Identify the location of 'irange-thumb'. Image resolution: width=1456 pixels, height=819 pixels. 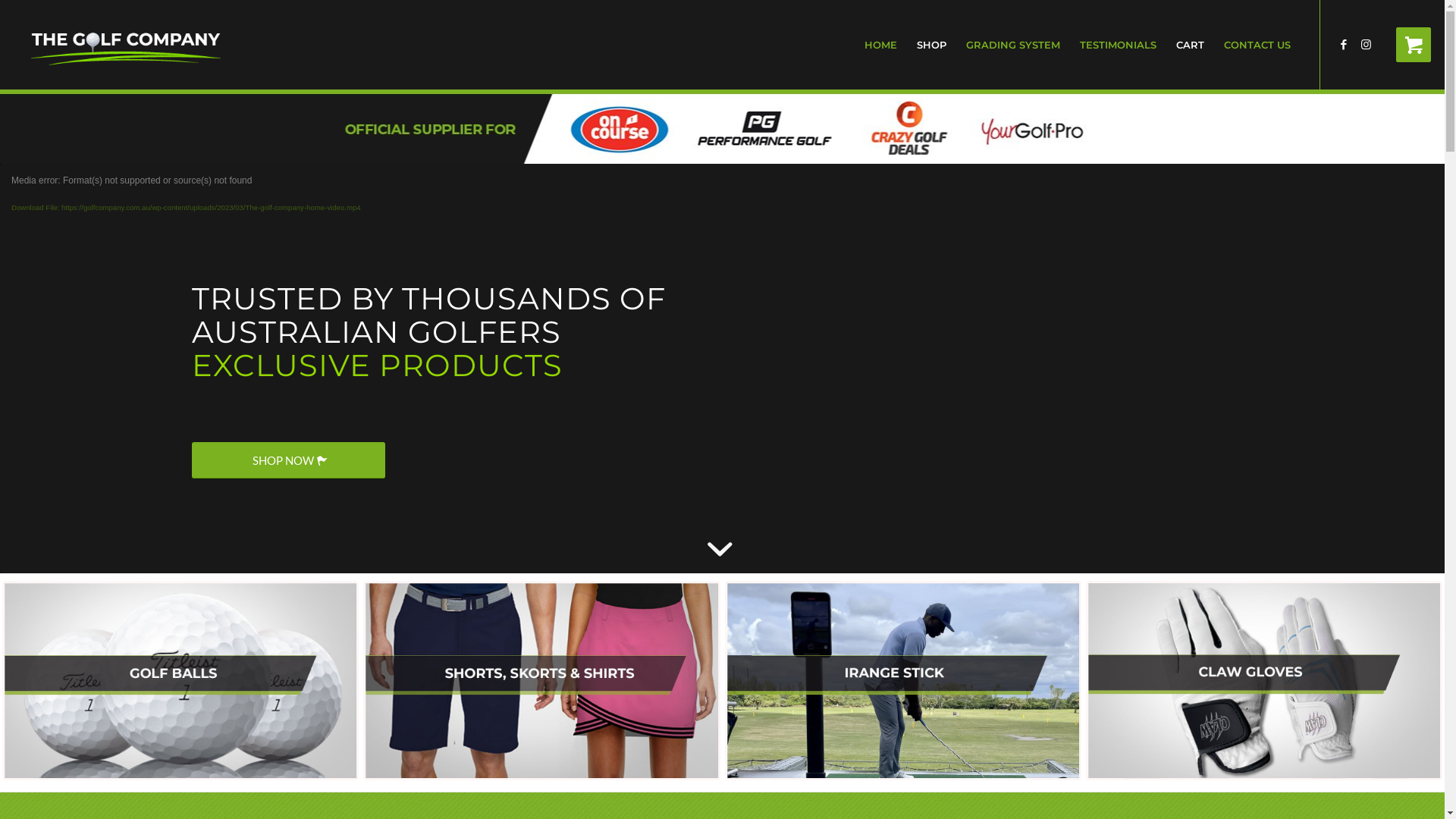
(902, 679).